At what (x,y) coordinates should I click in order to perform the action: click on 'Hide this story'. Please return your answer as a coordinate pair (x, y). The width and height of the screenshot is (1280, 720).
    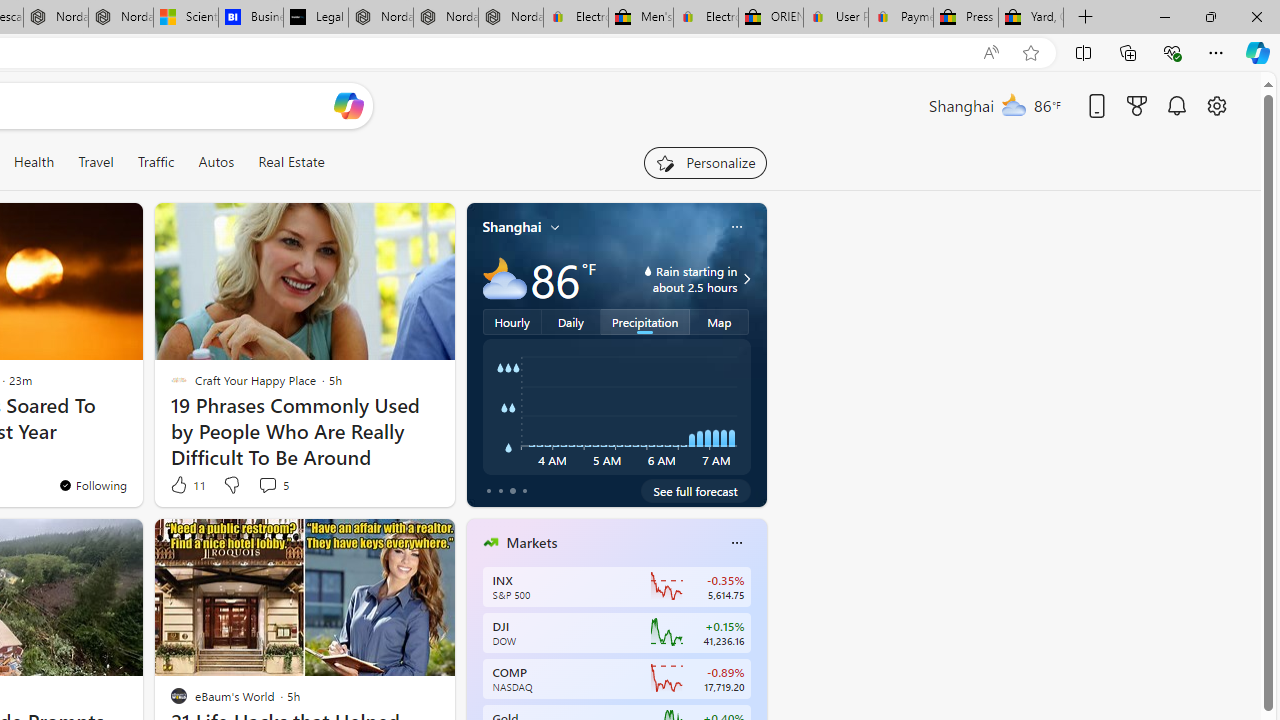
    Looking at the image, I should click on (394, 542).